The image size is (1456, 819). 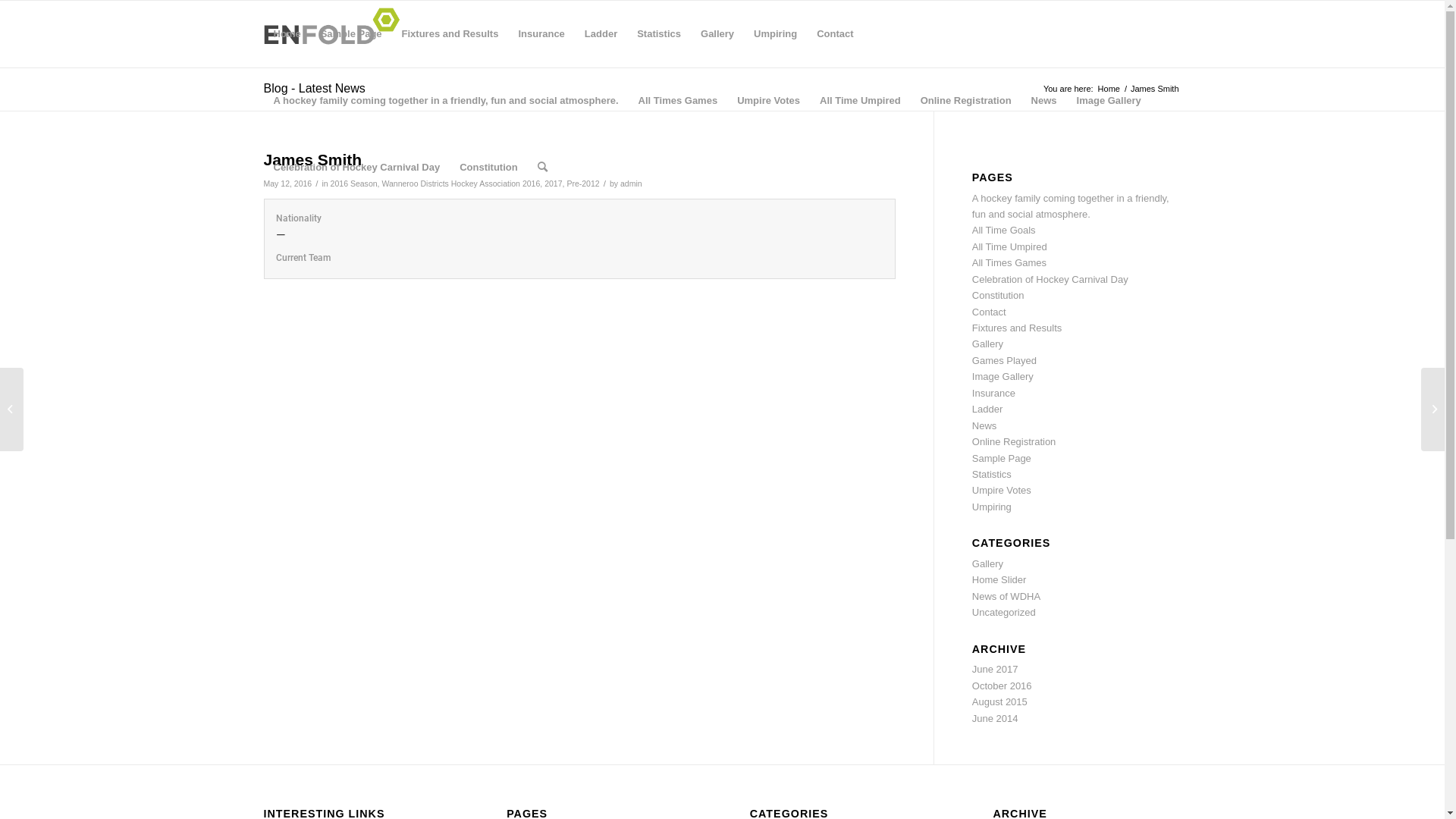 I want to click on 'Uncategorized', so click(x=1004, y=611).